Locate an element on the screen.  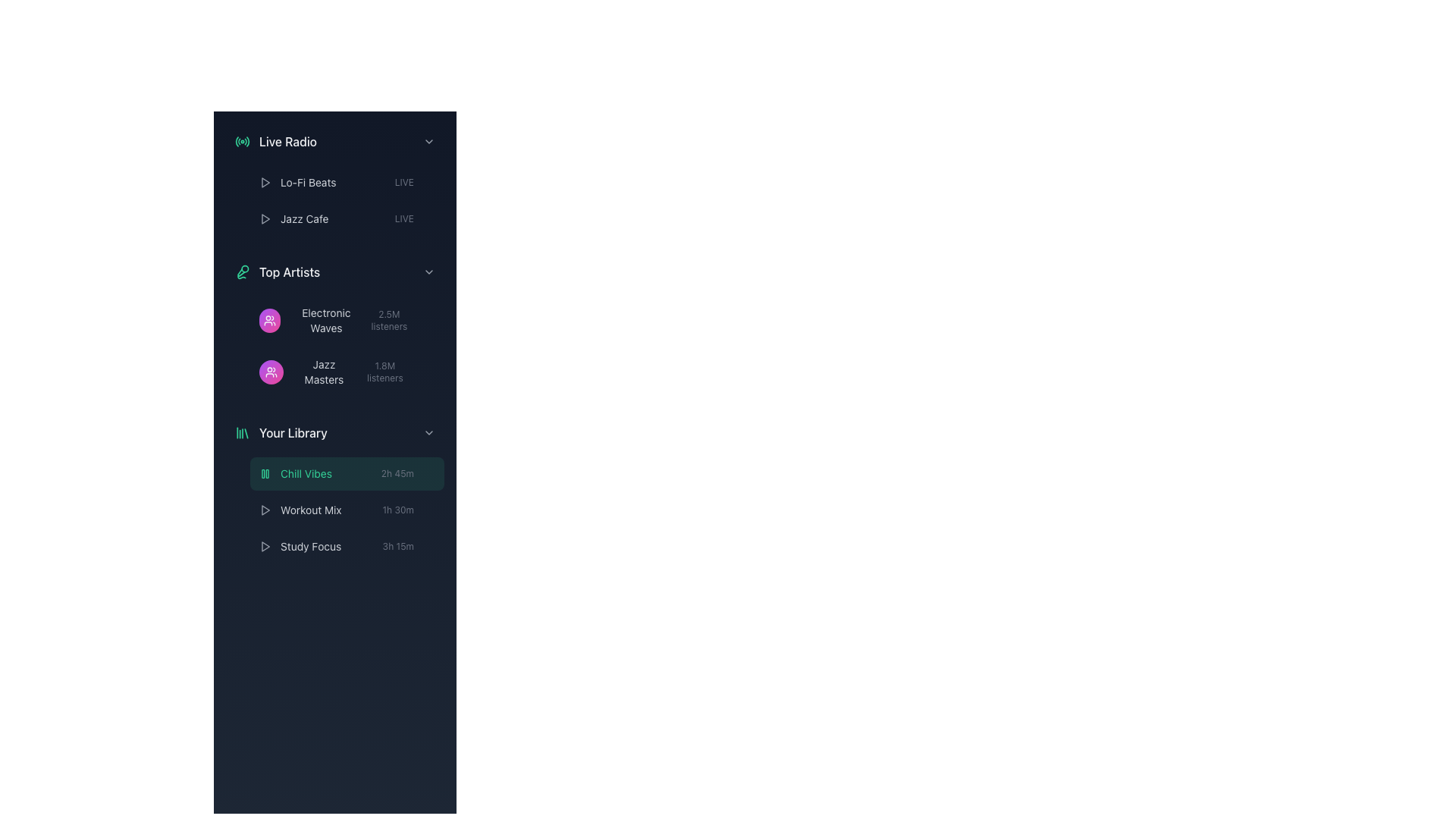
the 'Jazz Masters' text label in the 'Top Artists' section of the left sidebar menu, which displays the name of the artist and is located above the listener statistic text is located at coordinates (306, 372).